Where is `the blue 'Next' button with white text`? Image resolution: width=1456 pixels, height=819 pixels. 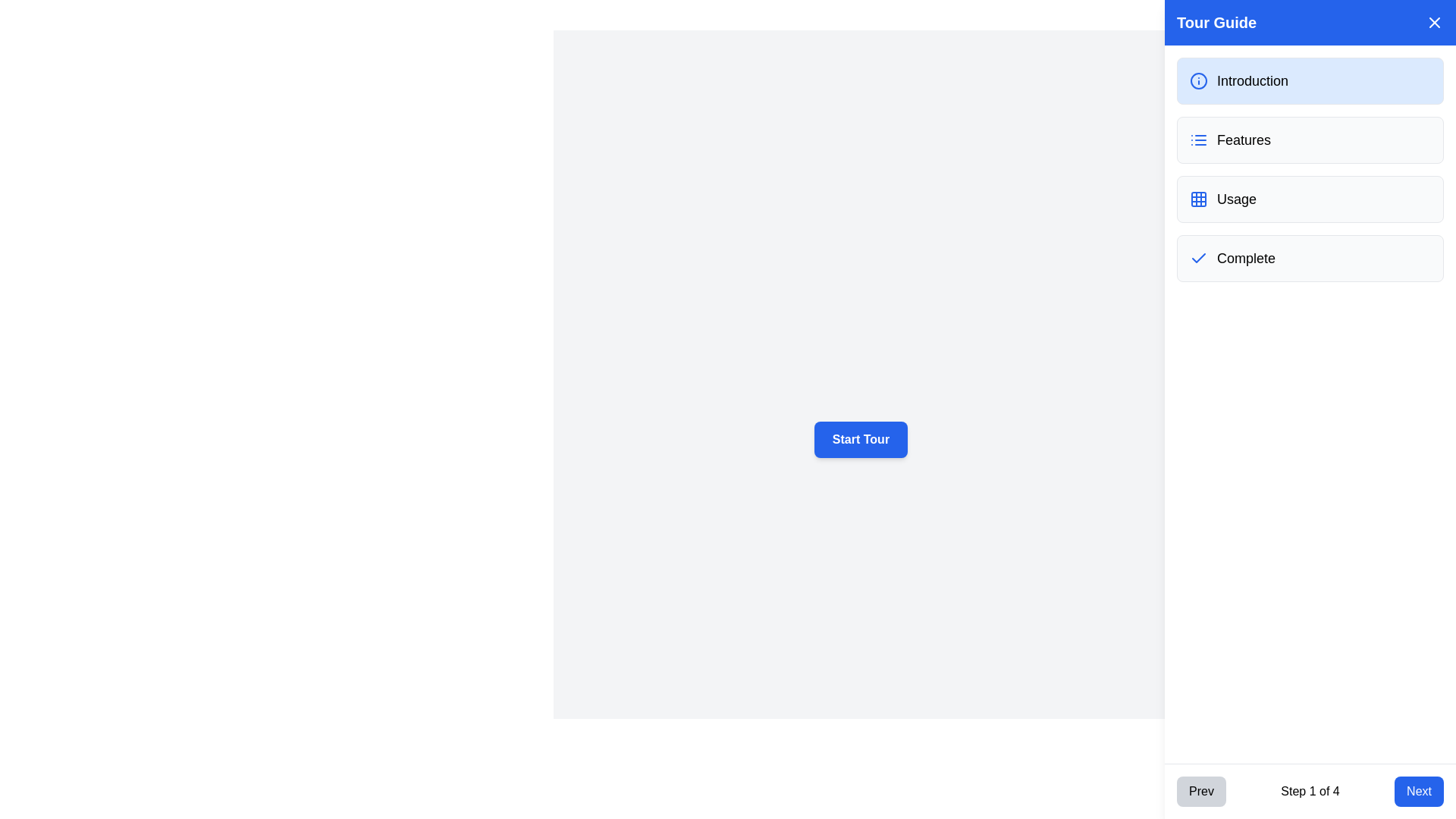 the blue 'Next' button with white text is located at coordinates (1418, 791).